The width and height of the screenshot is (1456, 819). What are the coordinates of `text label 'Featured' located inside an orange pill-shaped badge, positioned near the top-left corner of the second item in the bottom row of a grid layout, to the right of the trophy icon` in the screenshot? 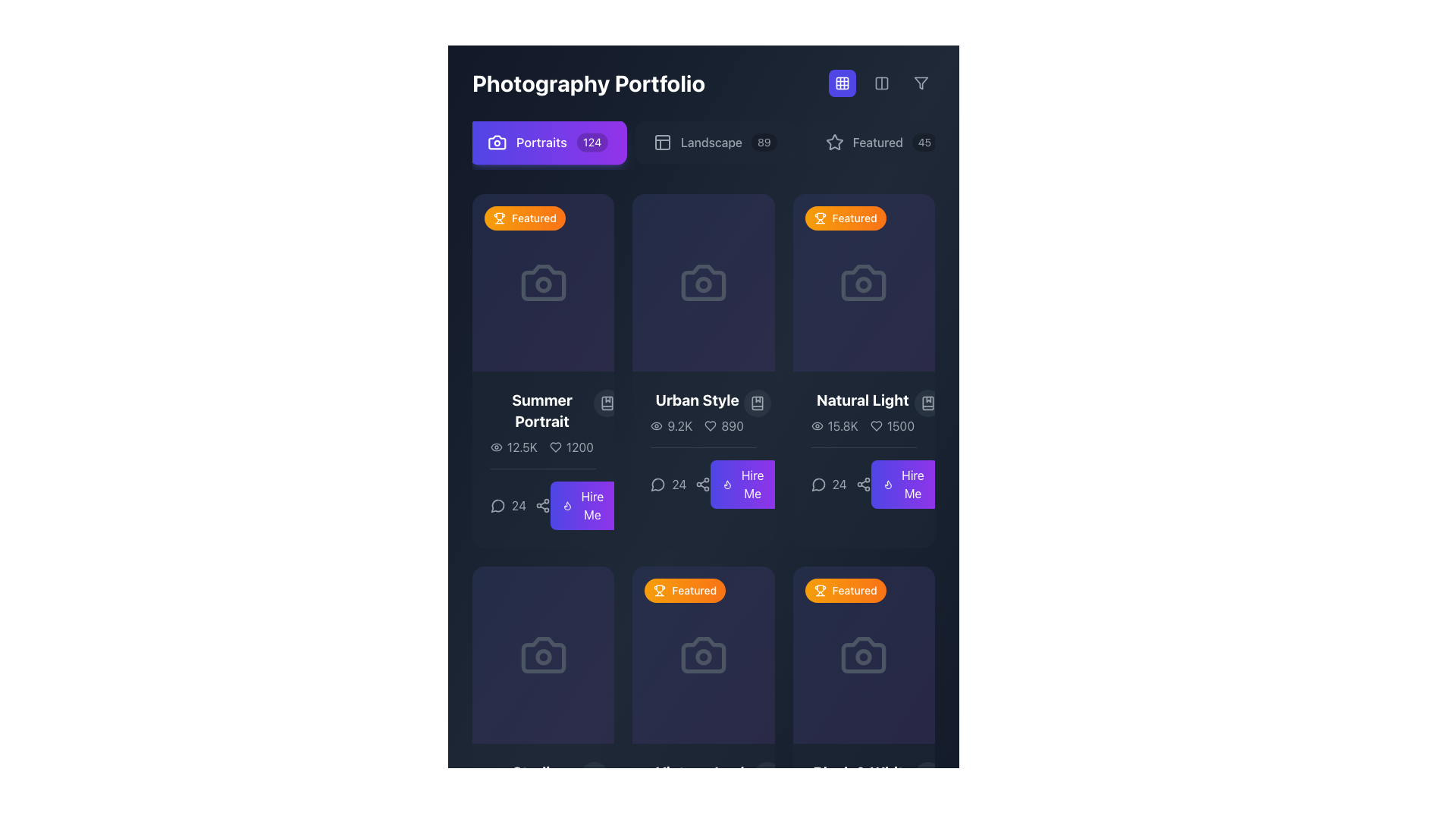 It's located at (693, 590).